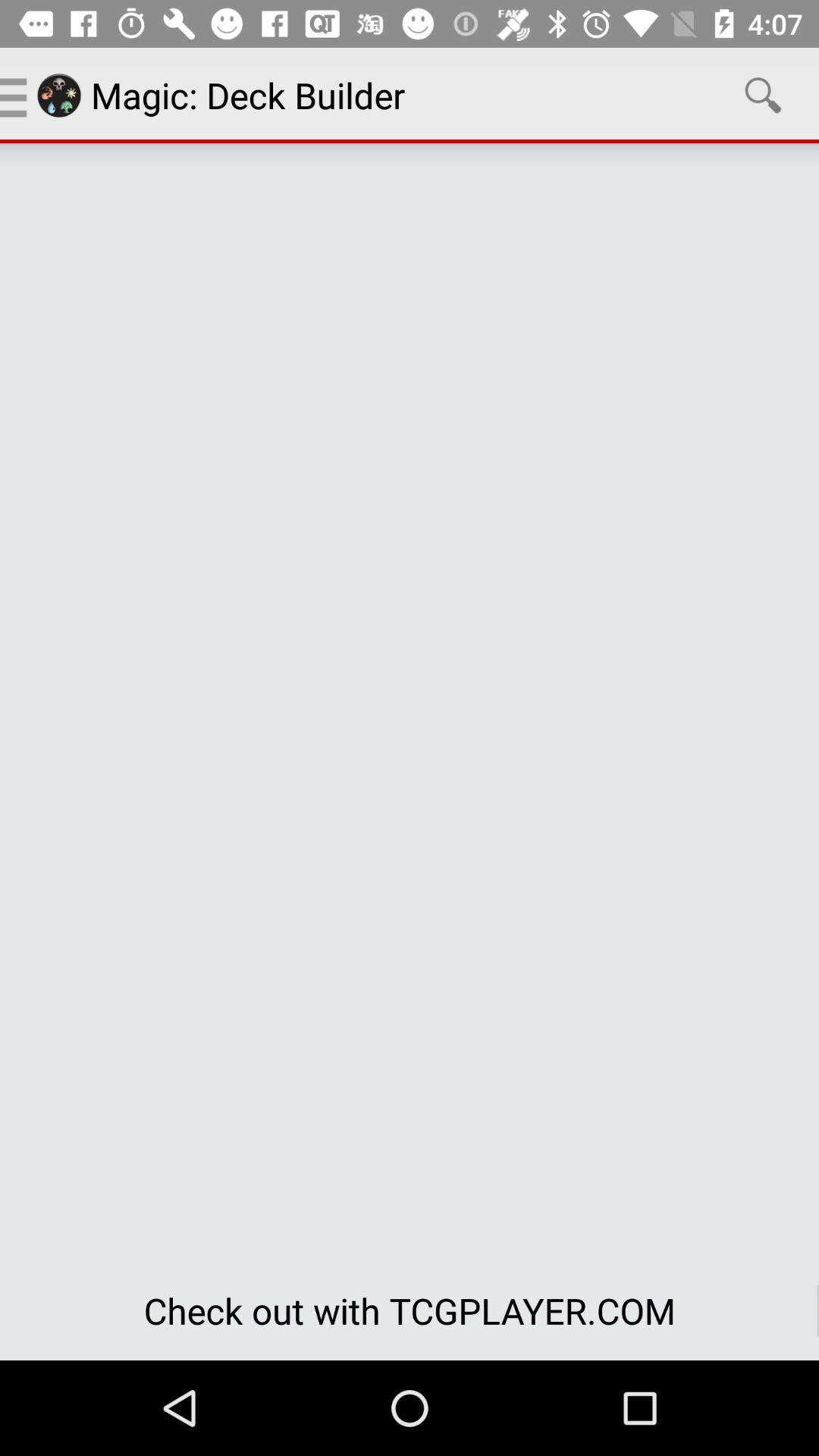  What do you see at coordinates (763, 94) in the screenshot?
I see `item at the top right corner` at bounding box center [763, 94].